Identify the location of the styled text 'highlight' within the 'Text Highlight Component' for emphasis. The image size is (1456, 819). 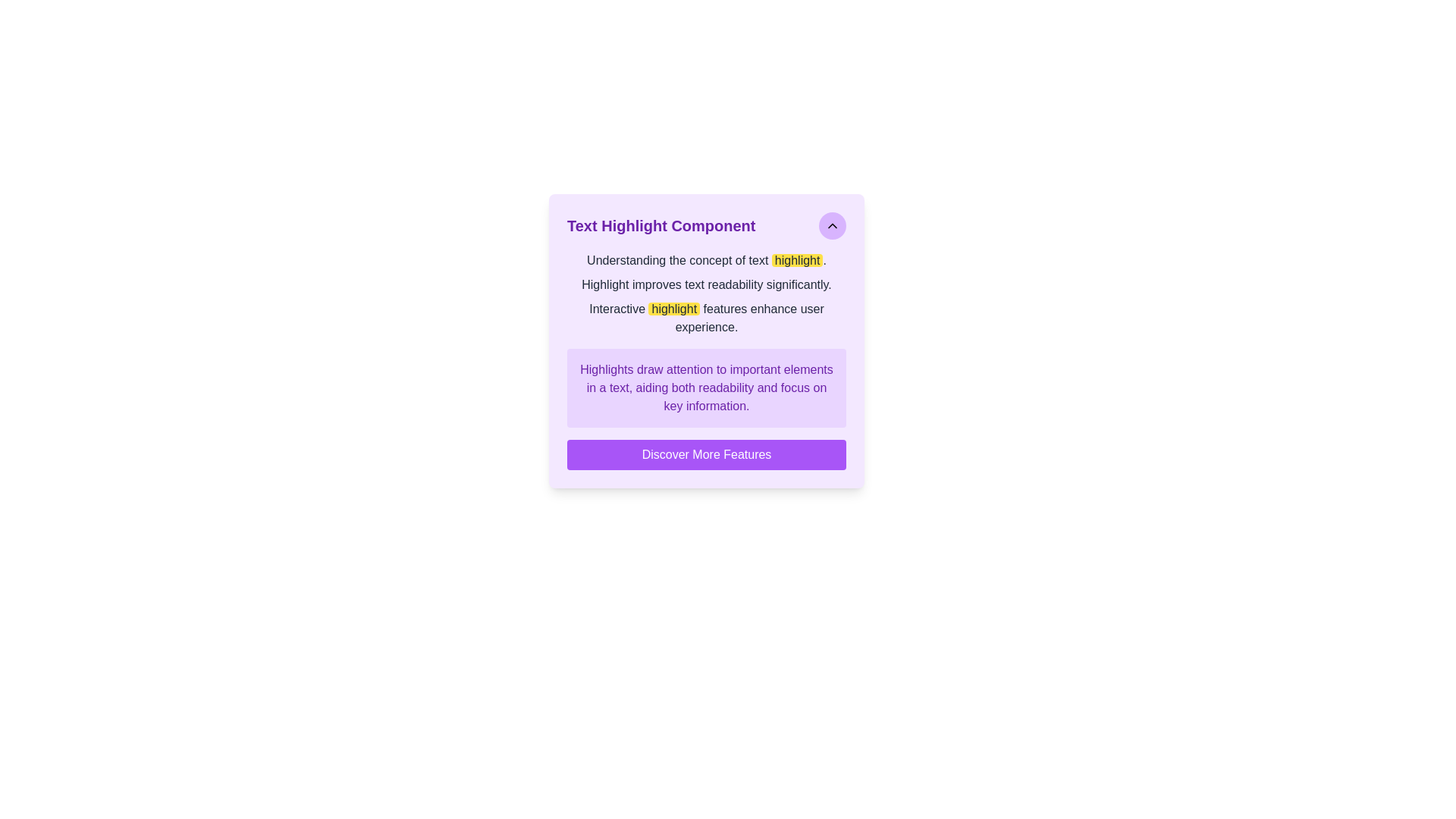
(673, 308).